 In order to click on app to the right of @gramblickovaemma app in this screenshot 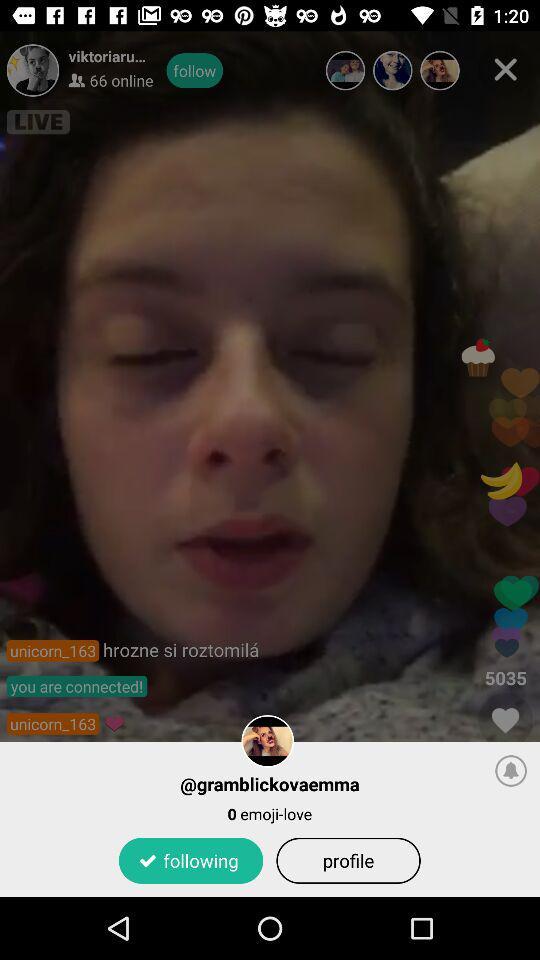, I will do `click(511, 769)`.